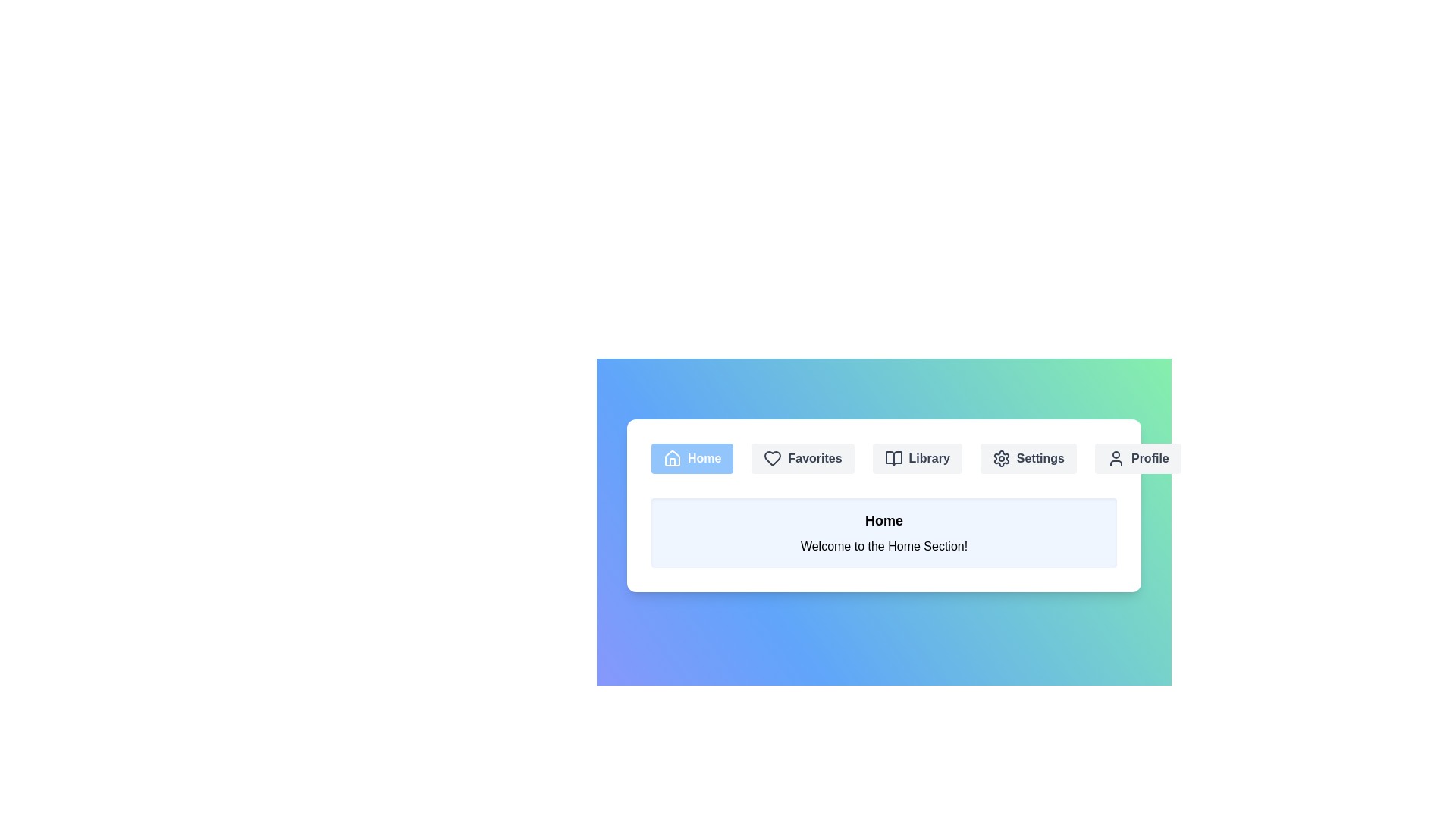 Image resolution: width=1456 pixels, height=819 pixels. Describe the element at coordinates (1028, 458) in the screenshot. I see `the 'Settings' button in the navigation bar to activate the hover styling effect` at that location.